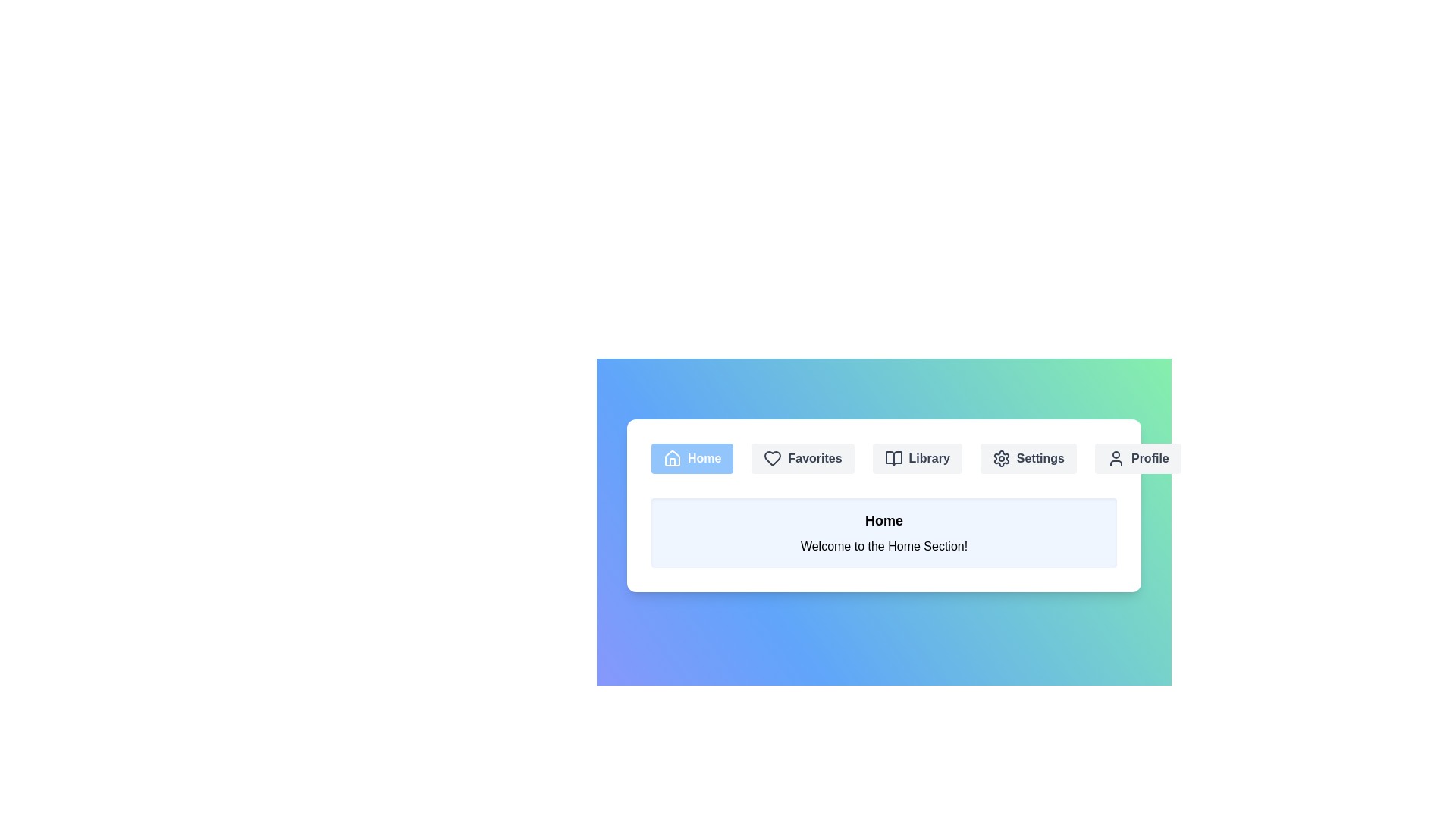 Image resolution: width=1456 pixels, height=819 pixels. Describe the element at coordinates (1028, 458) in the screenshot. I see `the 'Settings' button in the navigation bar to activate the hover styling effect` at that location.